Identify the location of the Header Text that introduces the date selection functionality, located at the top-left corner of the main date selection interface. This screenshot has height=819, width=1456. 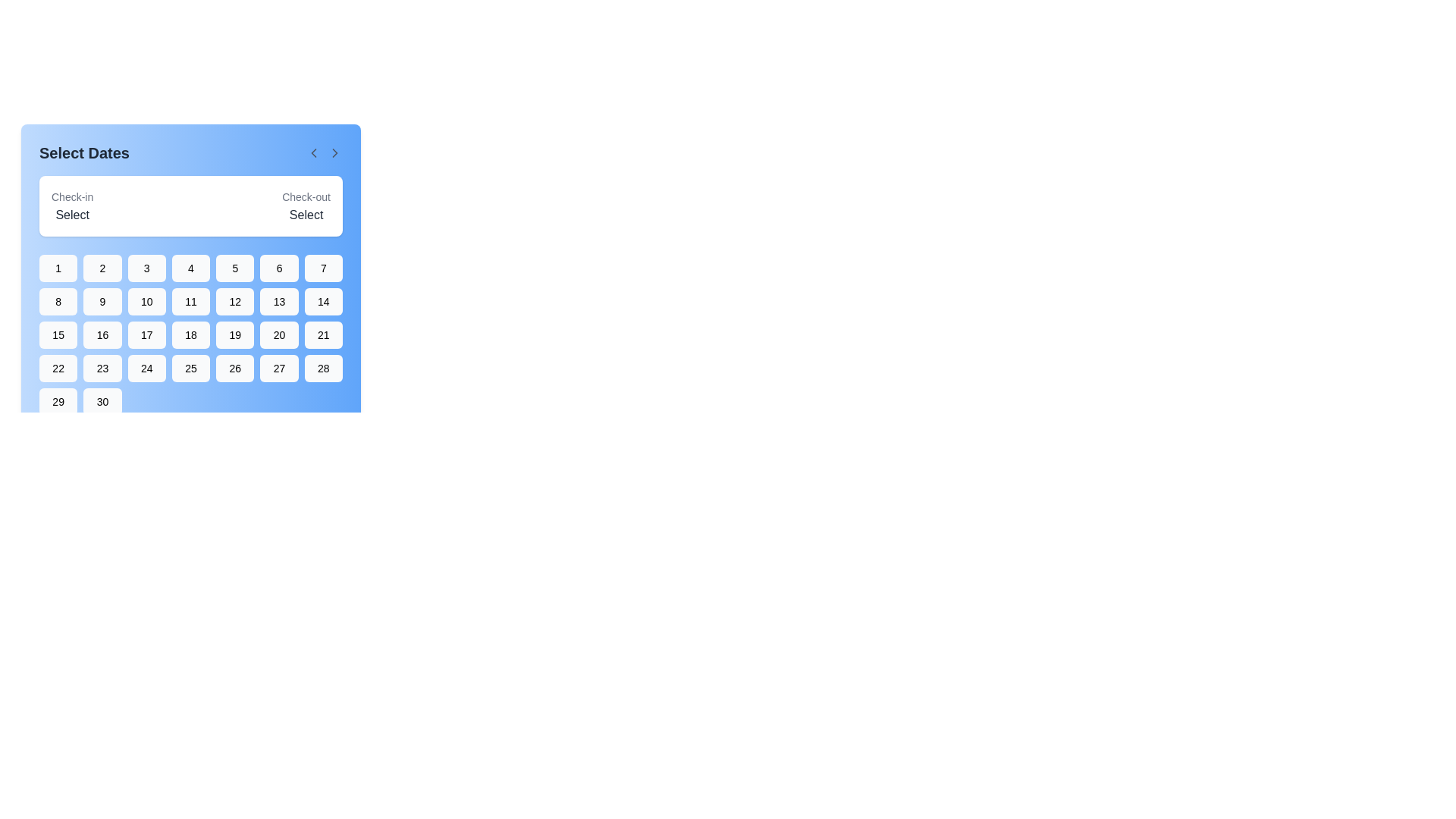
(83, 152).